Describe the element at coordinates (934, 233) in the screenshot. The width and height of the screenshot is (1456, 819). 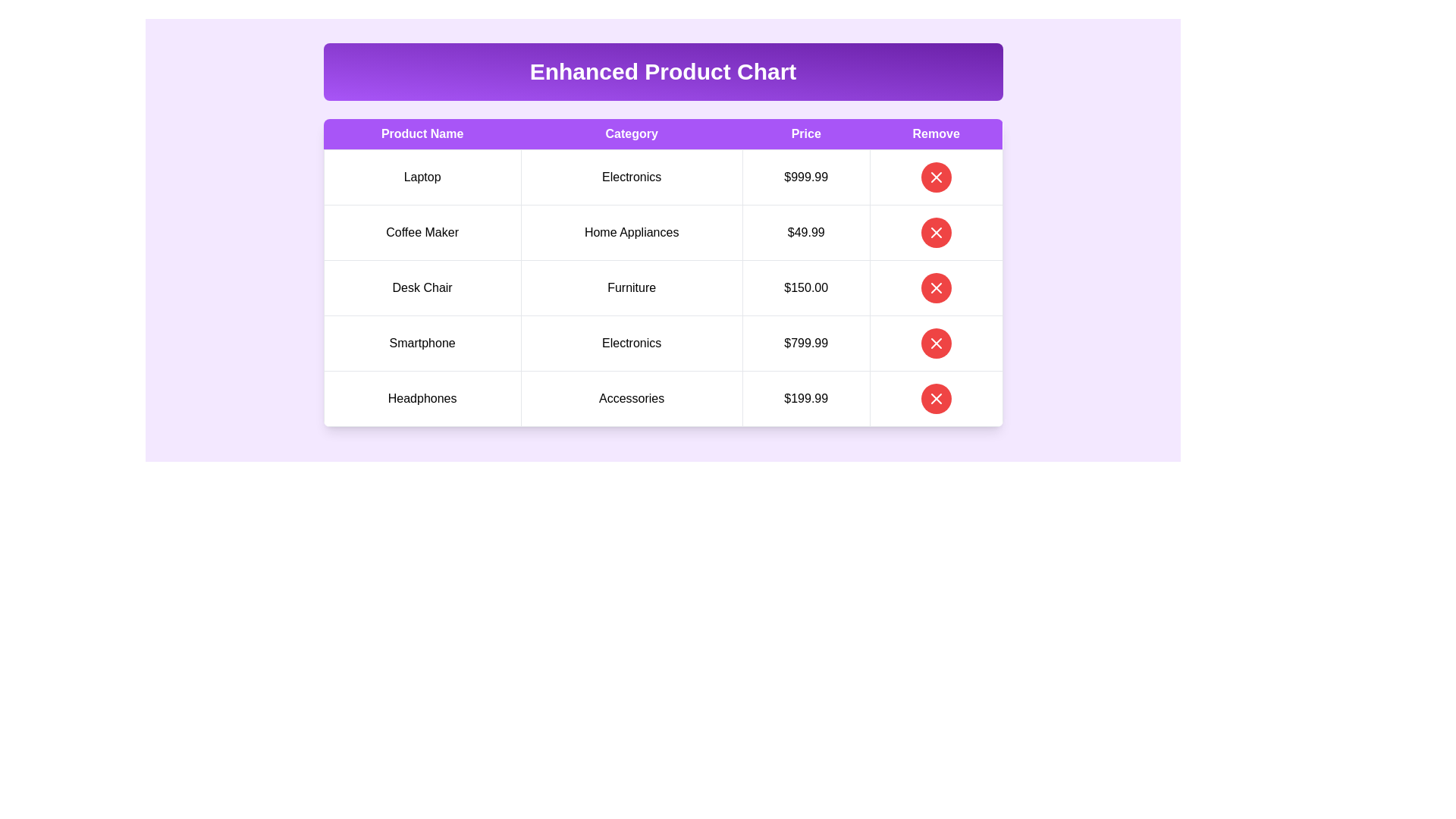
I see `the button in the 'Remove' column of the second row in the table` at that location.